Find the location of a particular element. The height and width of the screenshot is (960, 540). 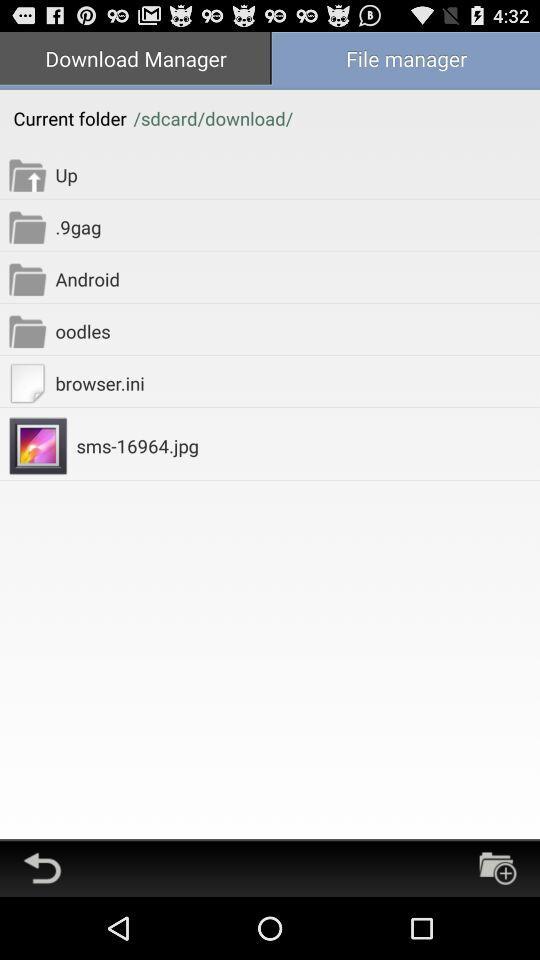

the item at the top right corner is located at coordinates (405, 59).